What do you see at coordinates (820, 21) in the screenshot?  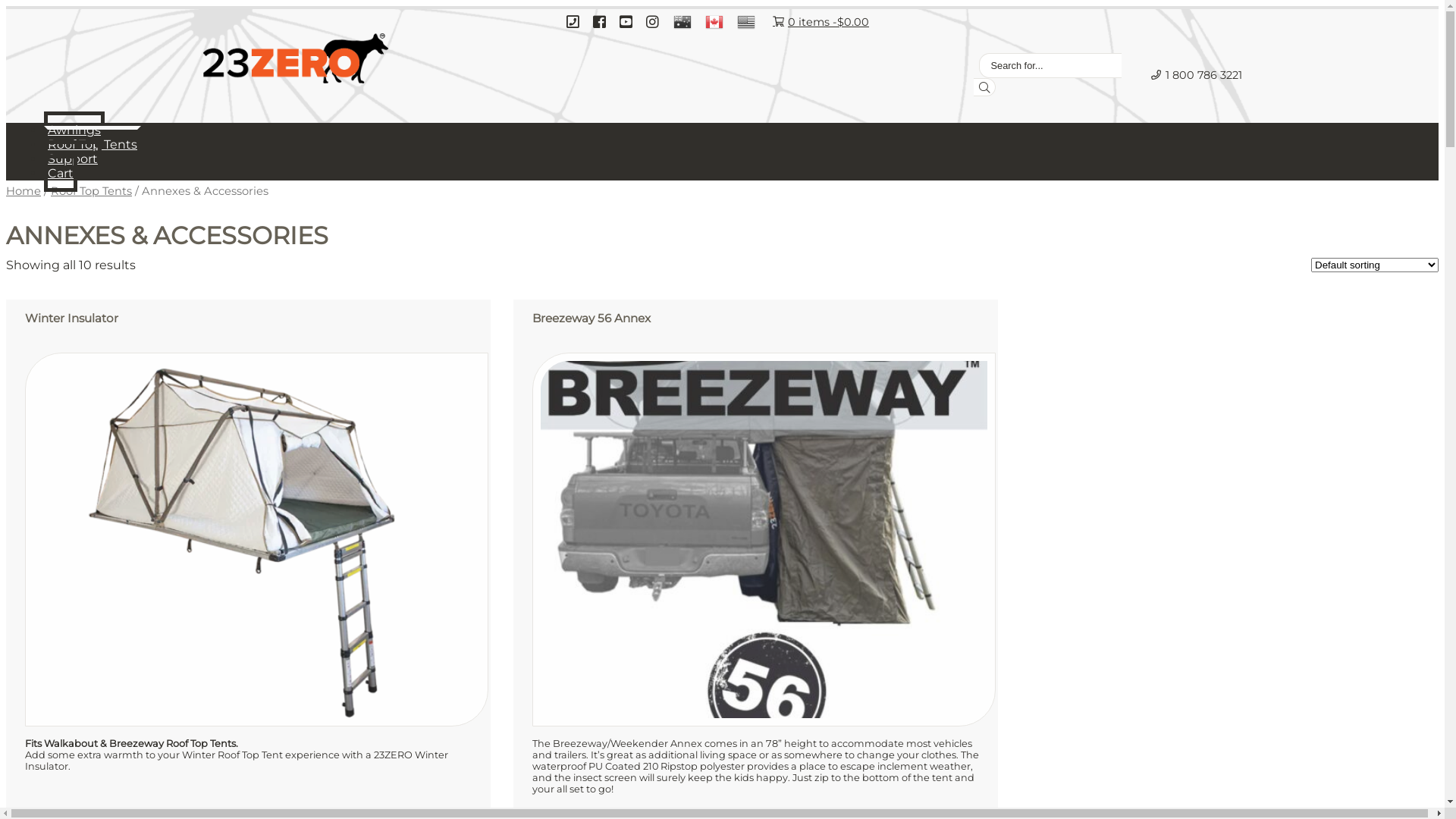 I see `'0 items -` at bounding box center [820, 21].